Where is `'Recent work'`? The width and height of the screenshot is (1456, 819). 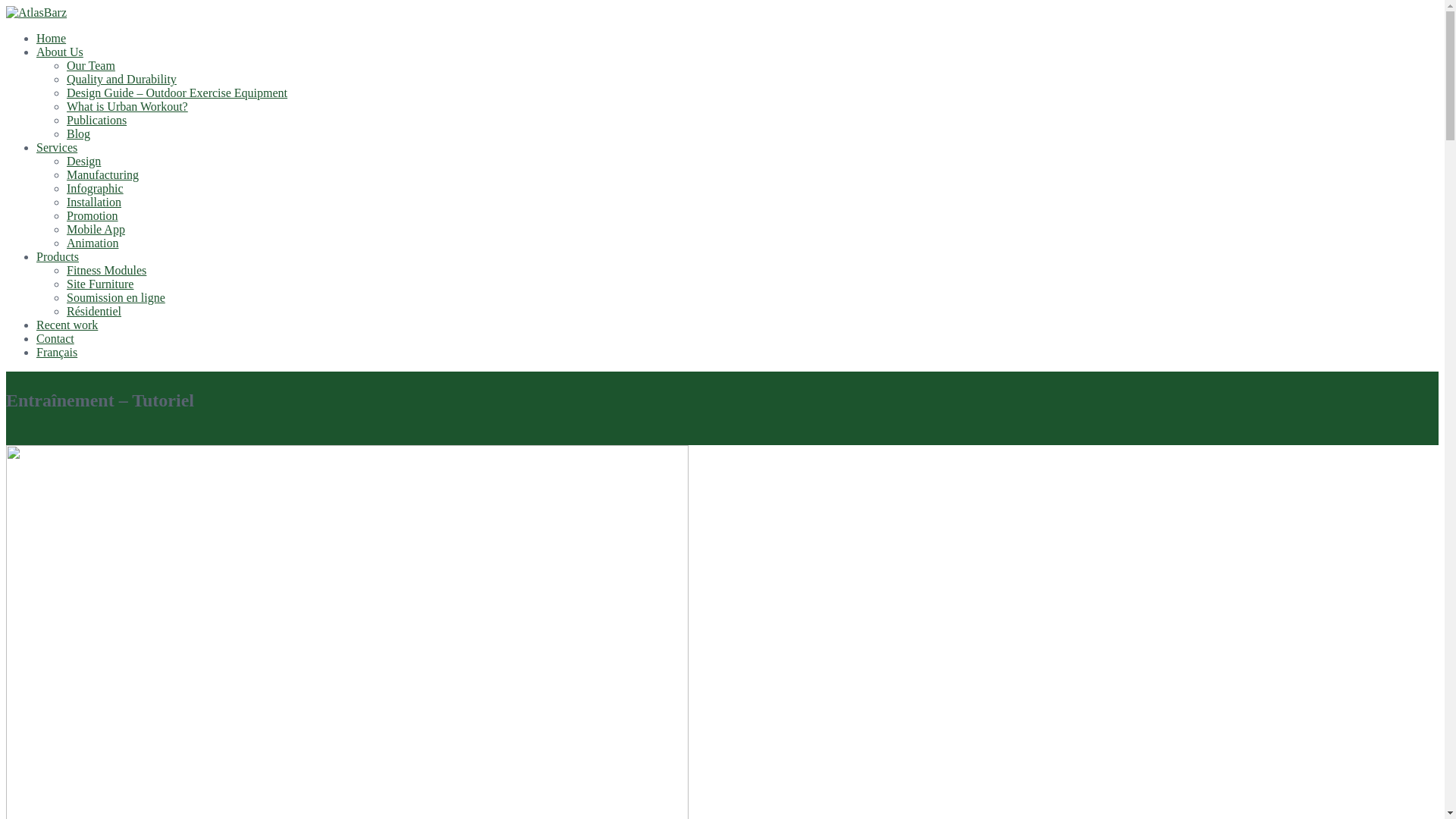
'Recent work' is located at coordinates (66, 324).